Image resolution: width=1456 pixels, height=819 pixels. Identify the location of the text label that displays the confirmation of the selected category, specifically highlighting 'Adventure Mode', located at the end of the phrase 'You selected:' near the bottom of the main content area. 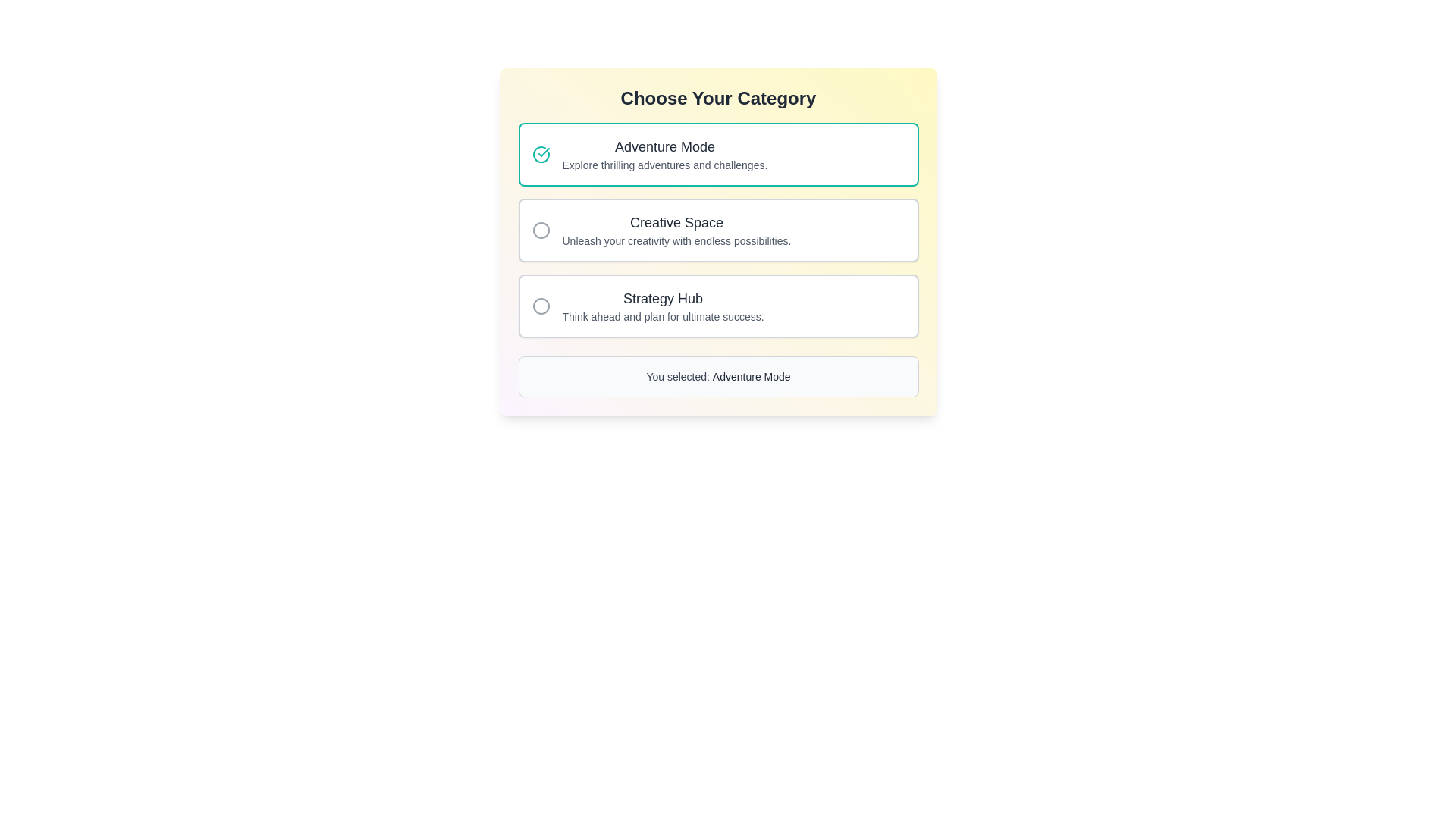
(752, 376).